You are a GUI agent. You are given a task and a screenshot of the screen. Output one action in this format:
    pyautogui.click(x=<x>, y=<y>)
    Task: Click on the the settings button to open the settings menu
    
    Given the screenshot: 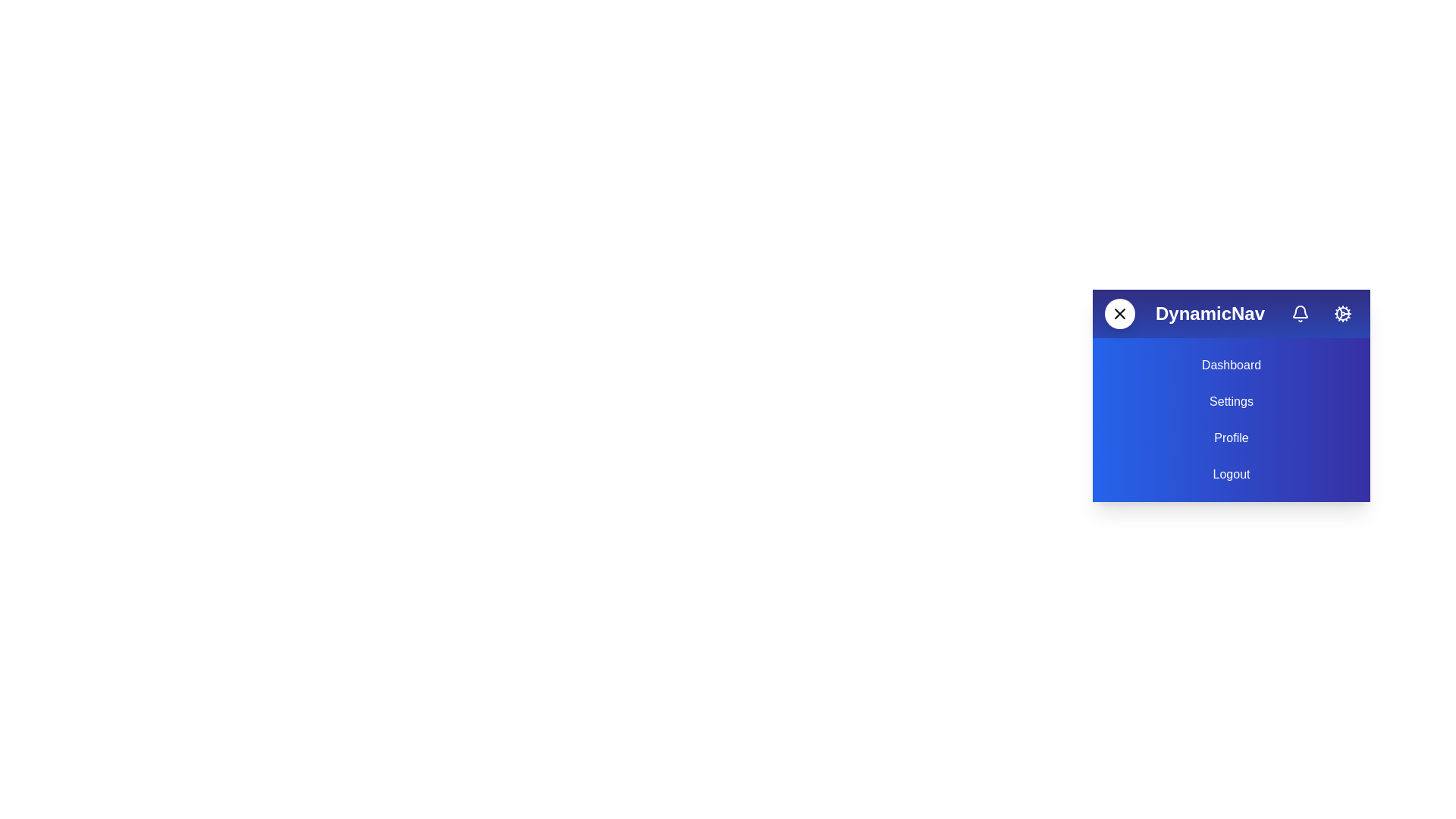 What is the action you would take?
    pyautogui.click(x=1343, y=312)
    